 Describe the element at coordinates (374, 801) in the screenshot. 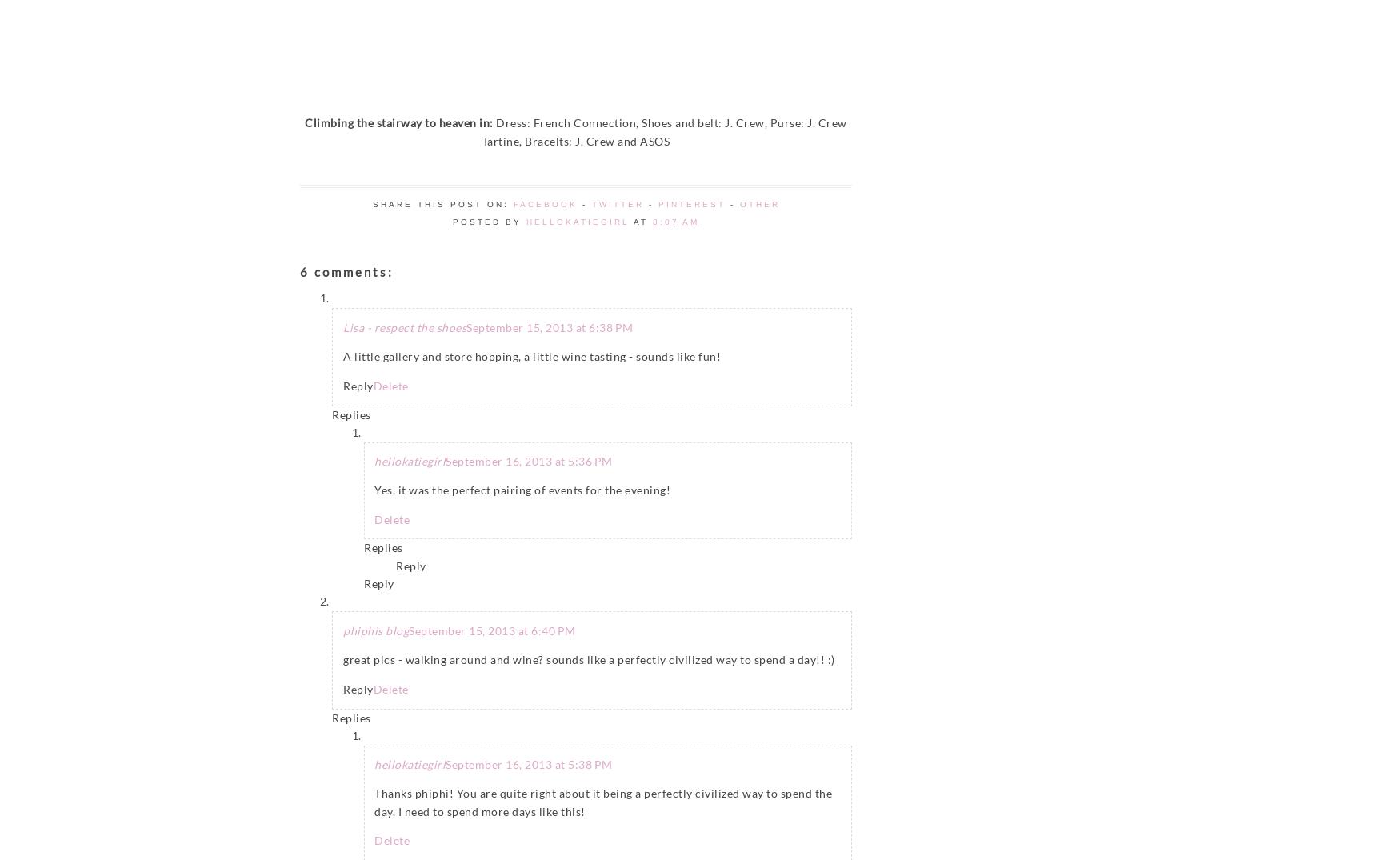

I see `'Thanks phiphi! You are quite right about it being a perfectly civilized way to spend the day. I need to spend more days like this!'` at that location.